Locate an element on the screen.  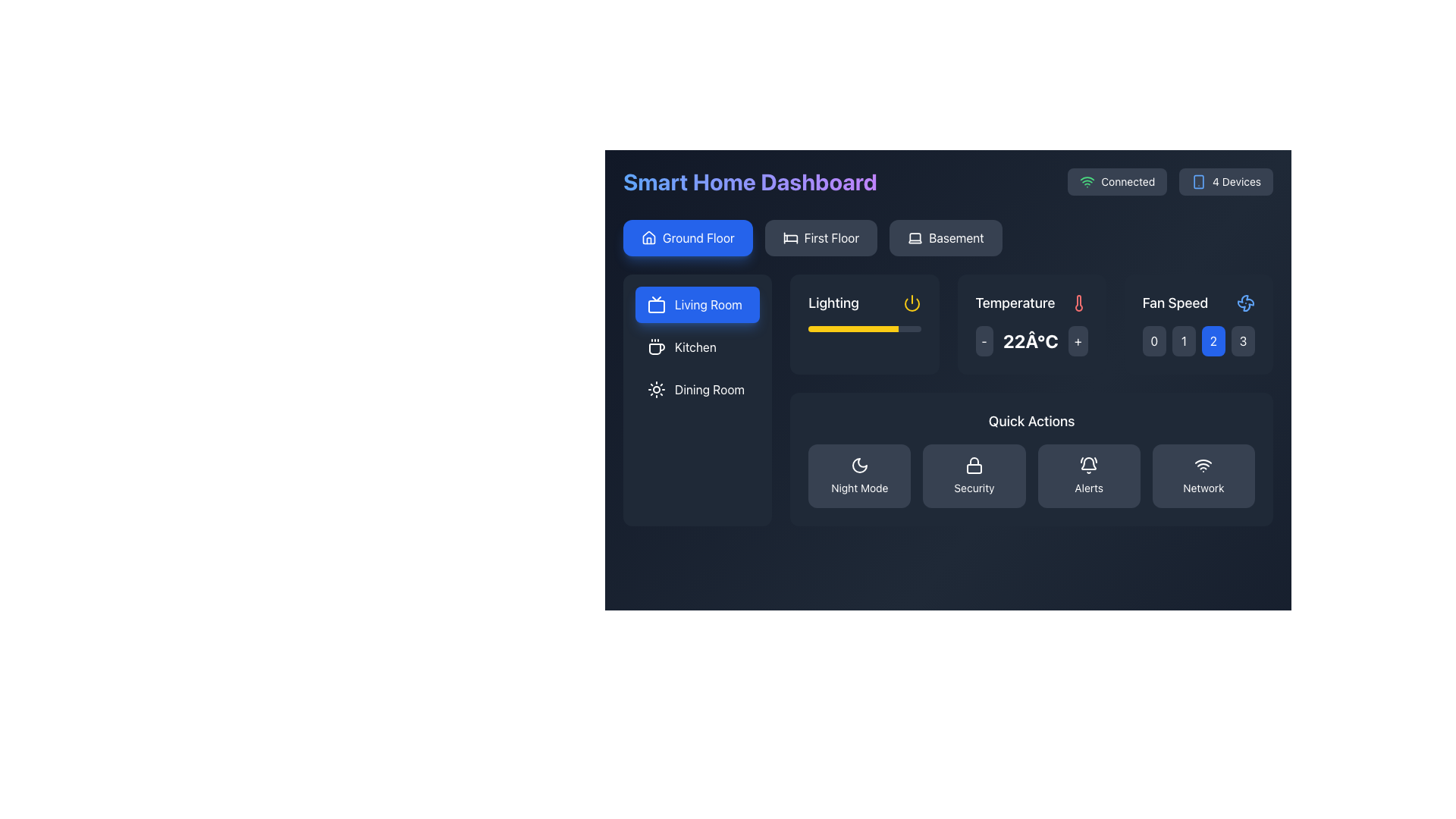
the 'Security' button, which is a dark gray rectangular button with a white lock icon and the label 'Security' below it is located at coordinates (974, 475).